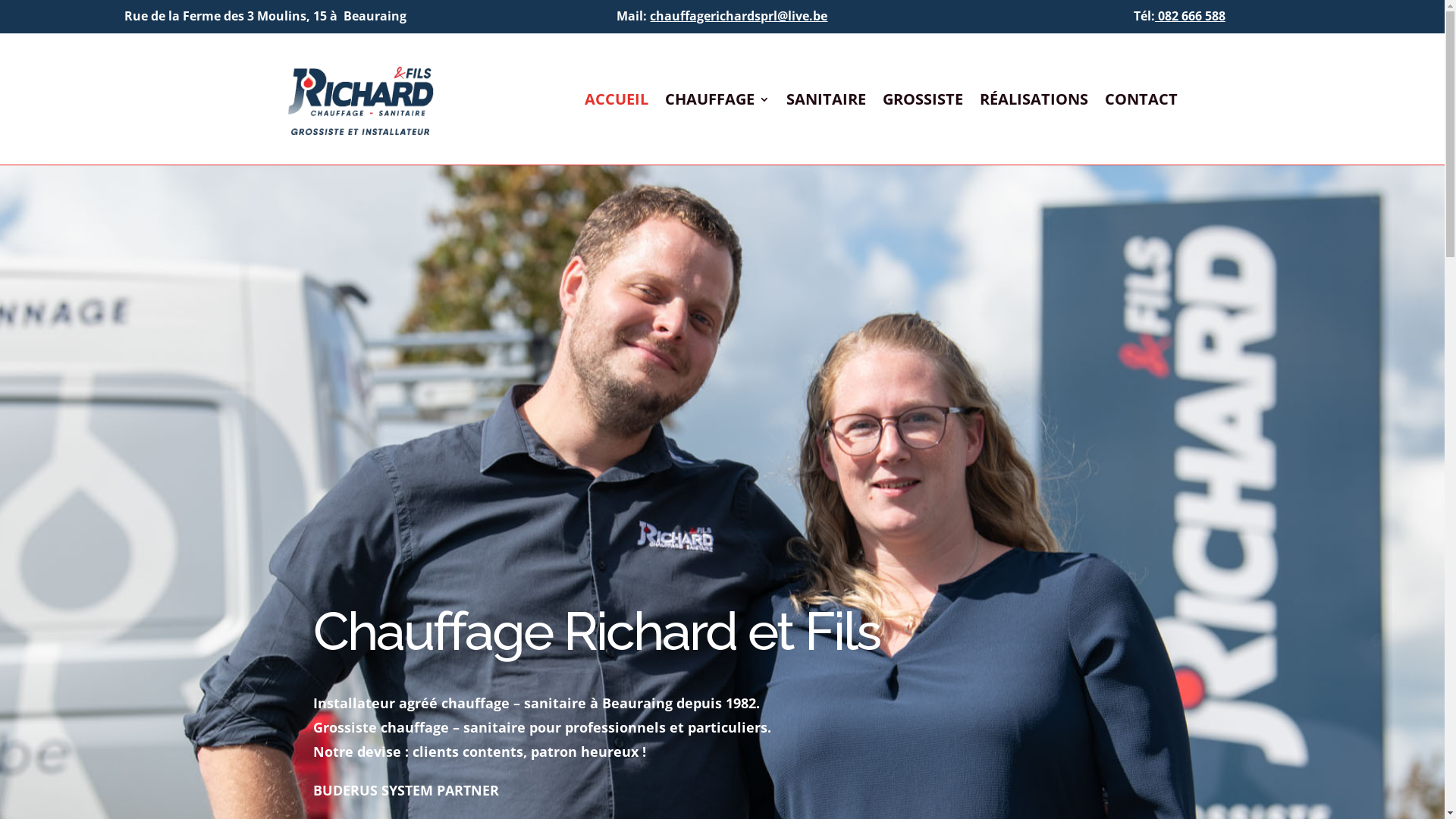  Describe the element at coordinates (615, 102) in the screenshot. I see `'ACCUEIL'` at that location.